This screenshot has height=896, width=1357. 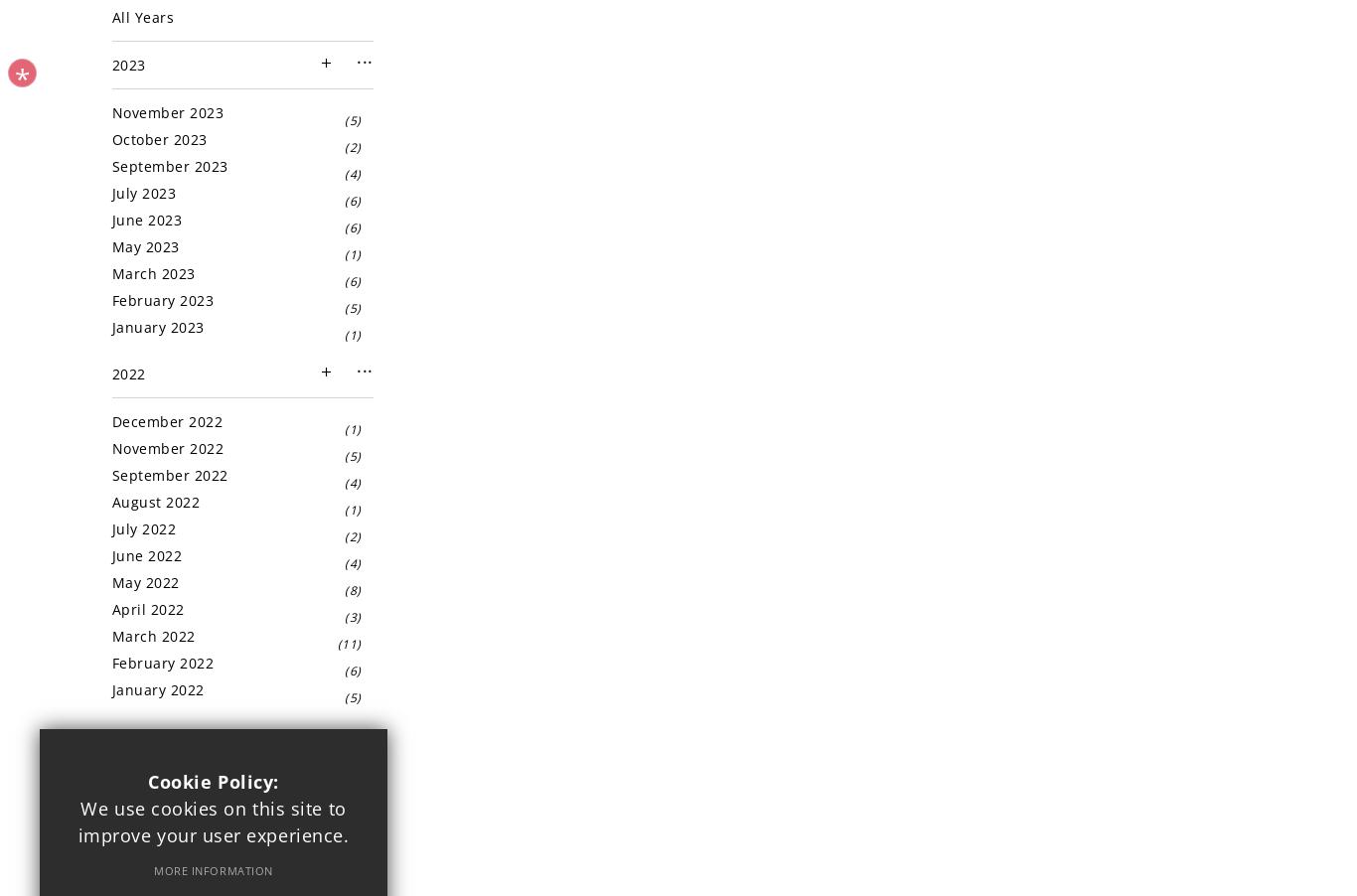 What do you see at coordinates (111, 501) in the screenshot?
I see `'August 2022'` at bounding box center [111, 501].